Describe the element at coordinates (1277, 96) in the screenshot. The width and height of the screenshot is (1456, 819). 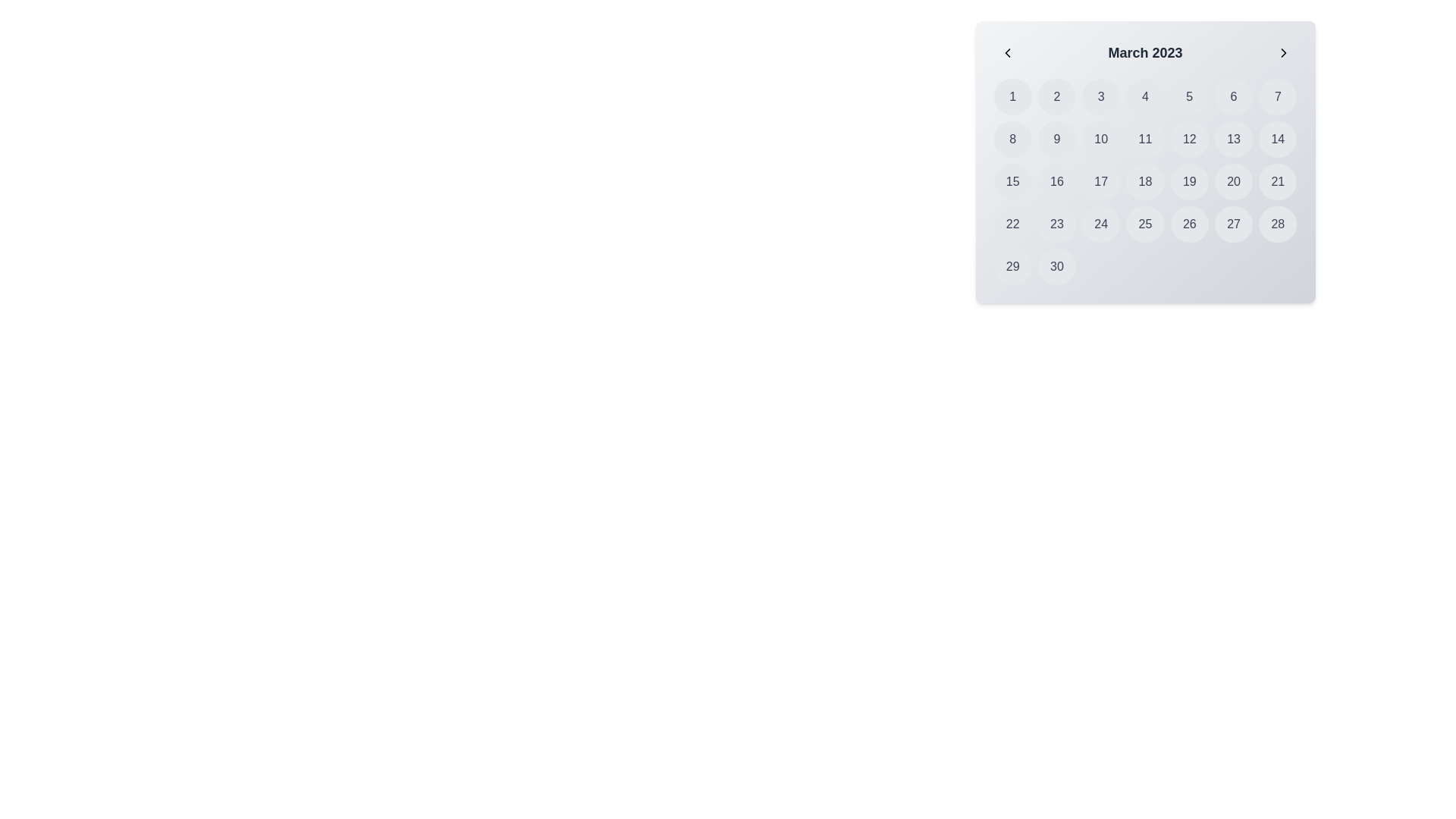
I see `the button representing the 7th day in the calendar month, located in the top row of a 7-column grid, adjacent to the '6' button` at that location.